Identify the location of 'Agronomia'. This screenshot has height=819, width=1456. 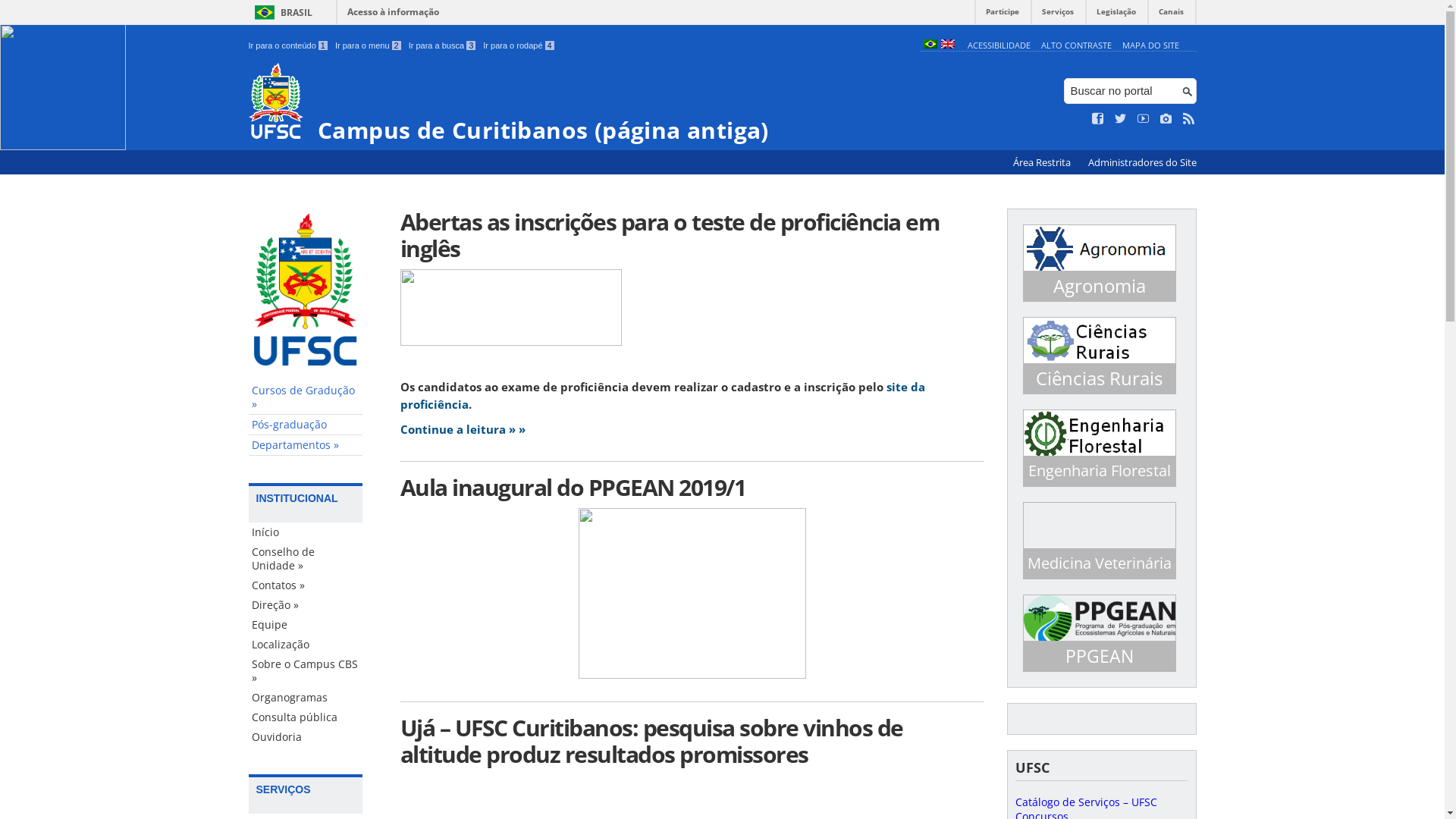
(1099, 286).